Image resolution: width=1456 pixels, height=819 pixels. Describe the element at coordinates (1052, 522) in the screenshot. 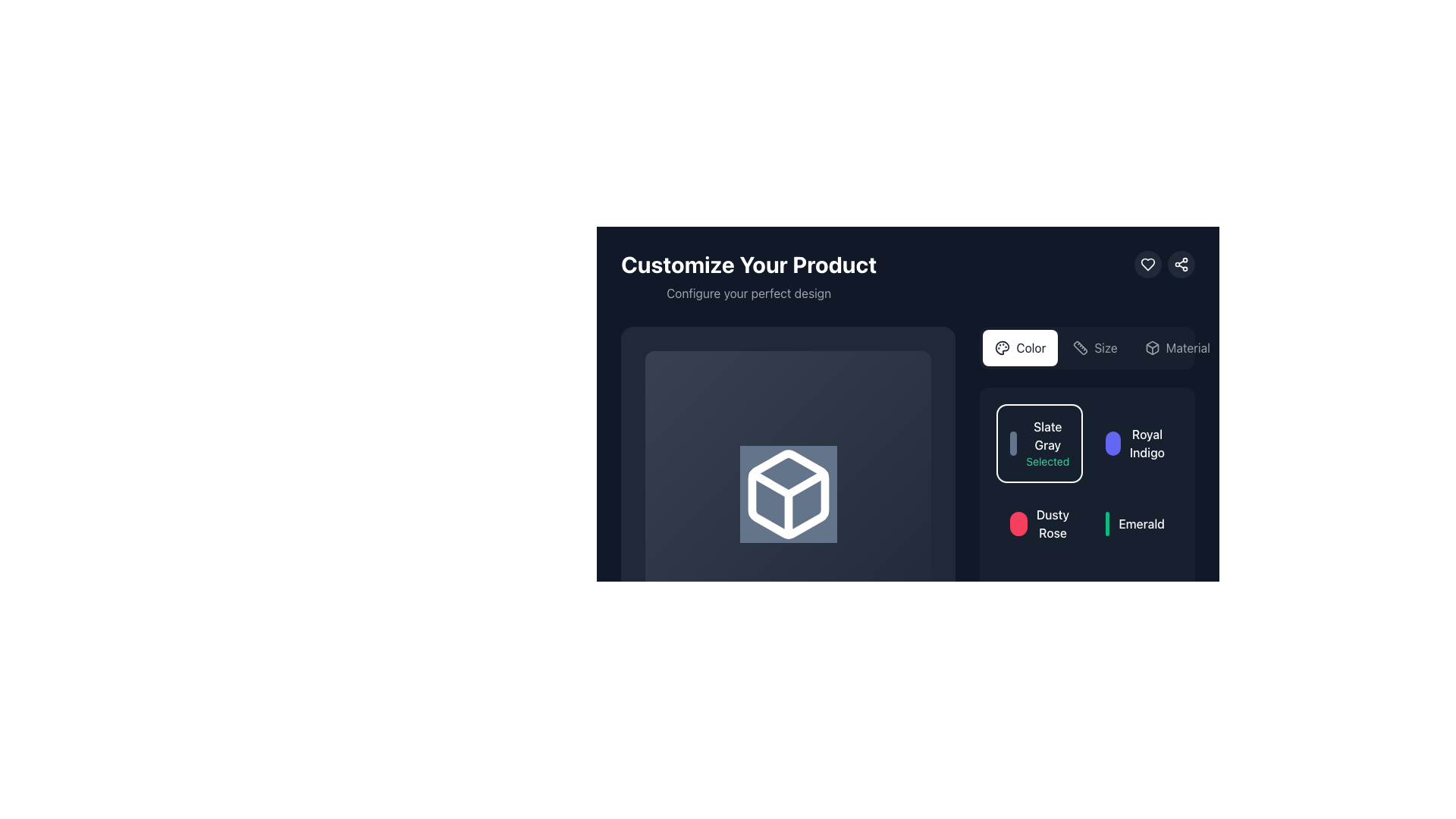

I see `the 'Dusty Rose' color option label in the product customization interface, which is positioned below 'Slate Gray' and adjacent to 'Royal Indigo' and 'Emerald'` at that location.